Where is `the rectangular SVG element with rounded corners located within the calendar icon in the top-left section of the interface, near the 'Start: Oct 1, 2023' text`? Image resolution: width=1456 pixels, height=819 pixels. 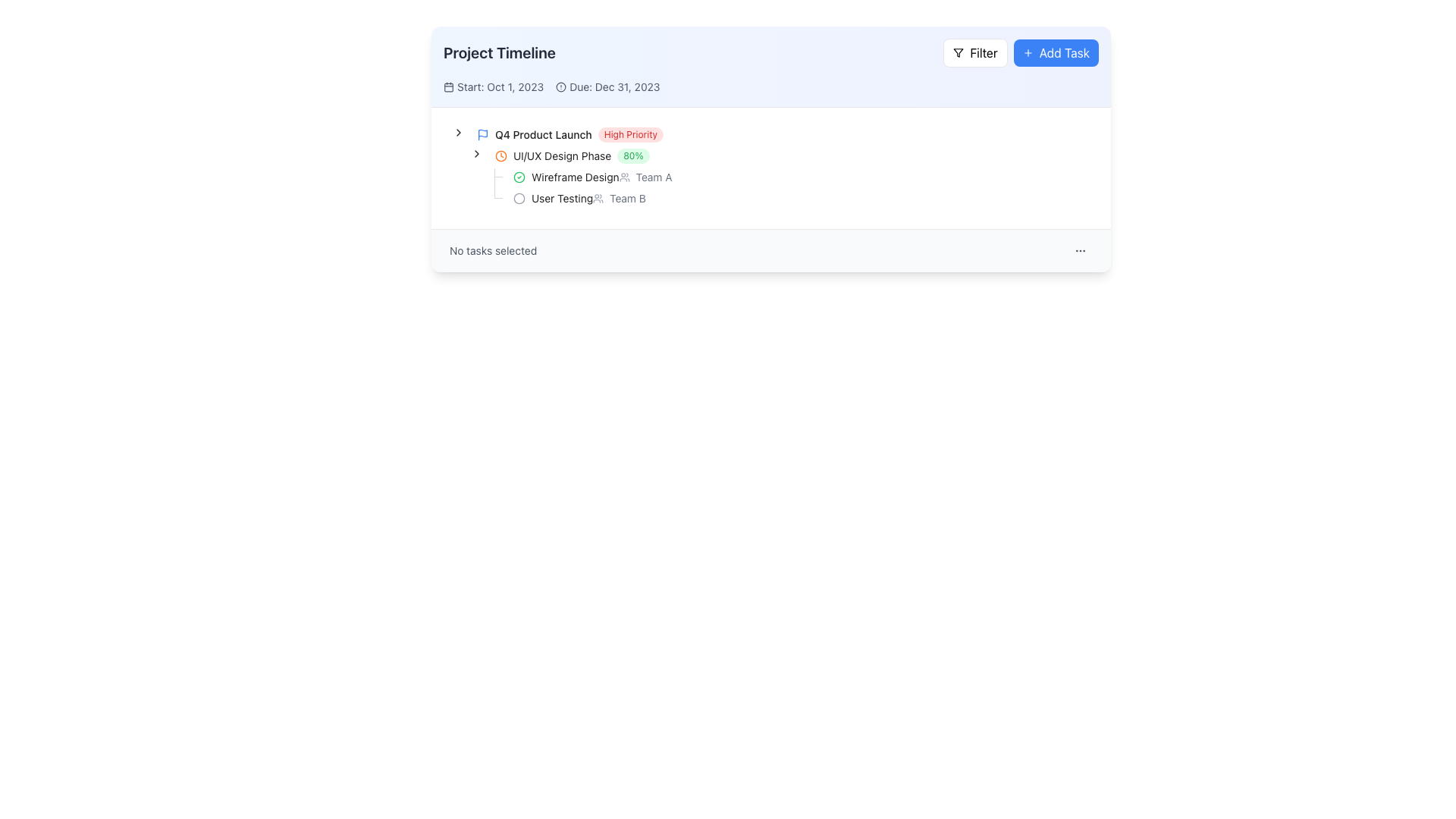 the rectangular SVG element with rounded corners located within the calendar icon in the top-left section of the interface, near the 'Start: Oct 1, 2023' text is located at coordinates (447, 87).